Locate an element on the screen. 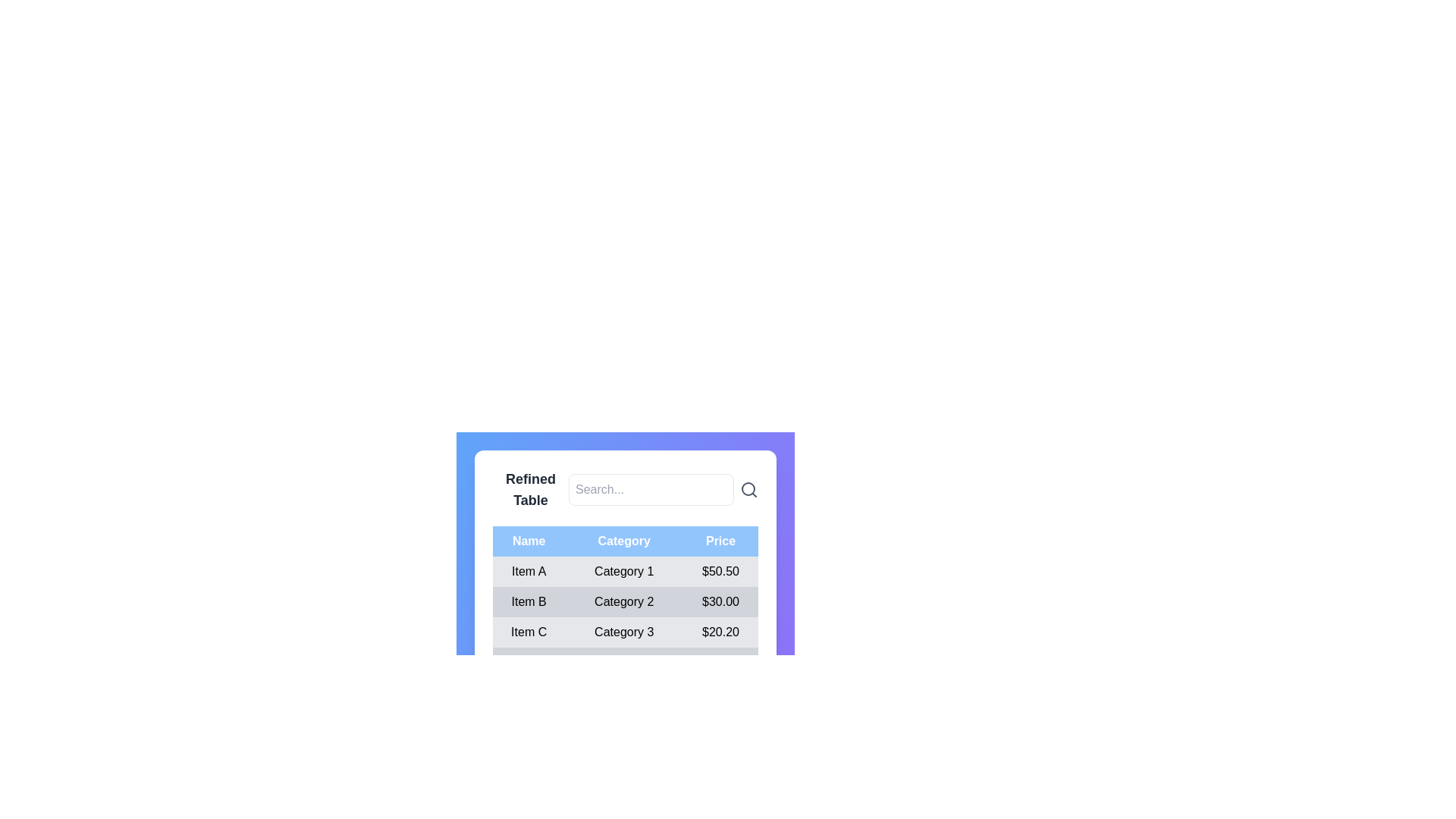 Image resolution: width=1456 pixels, height=819 pixels. the price label in the third row of the table under the 'Price' column, which displays the price value for 'Item C' in the 'Name' column is located at coordinates (720, 632).